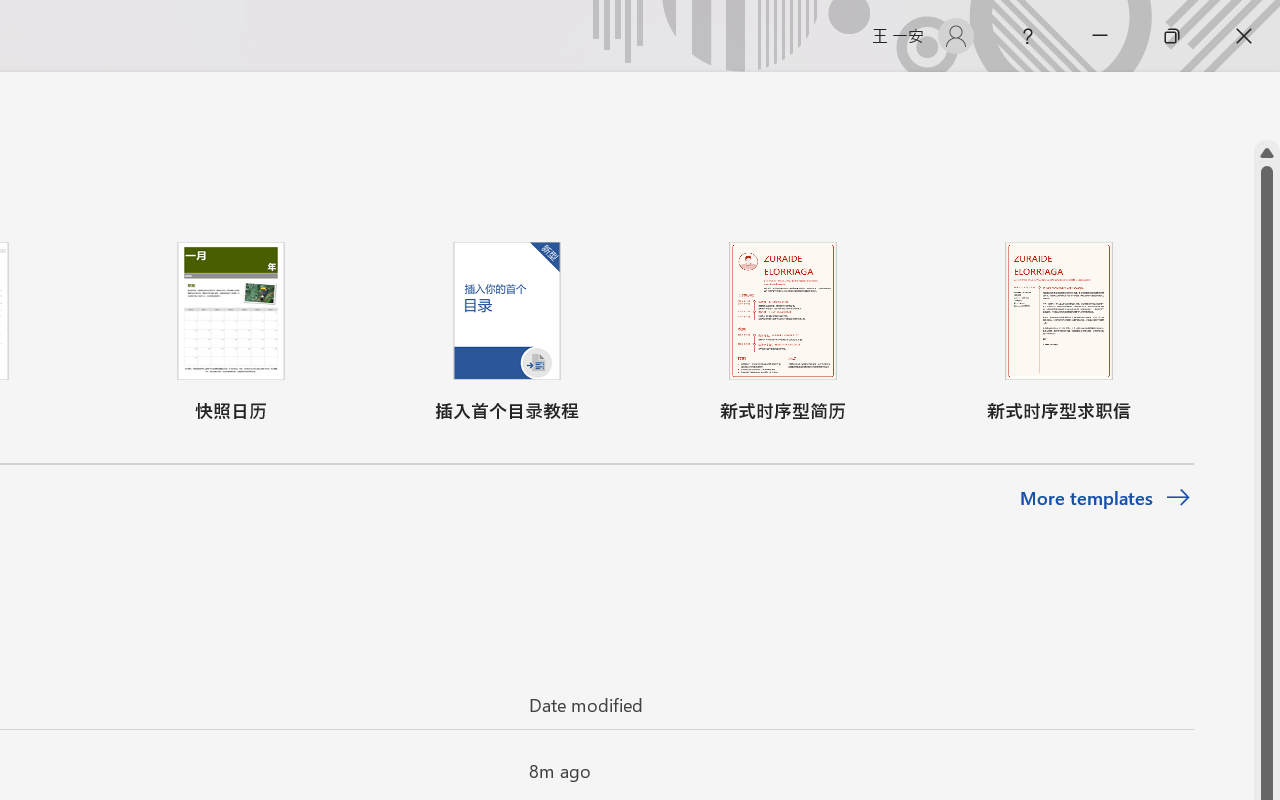 Image resolution: width=1280 pixels, height=800 pixels. I want to click on 'Close', so click(1243, 35).